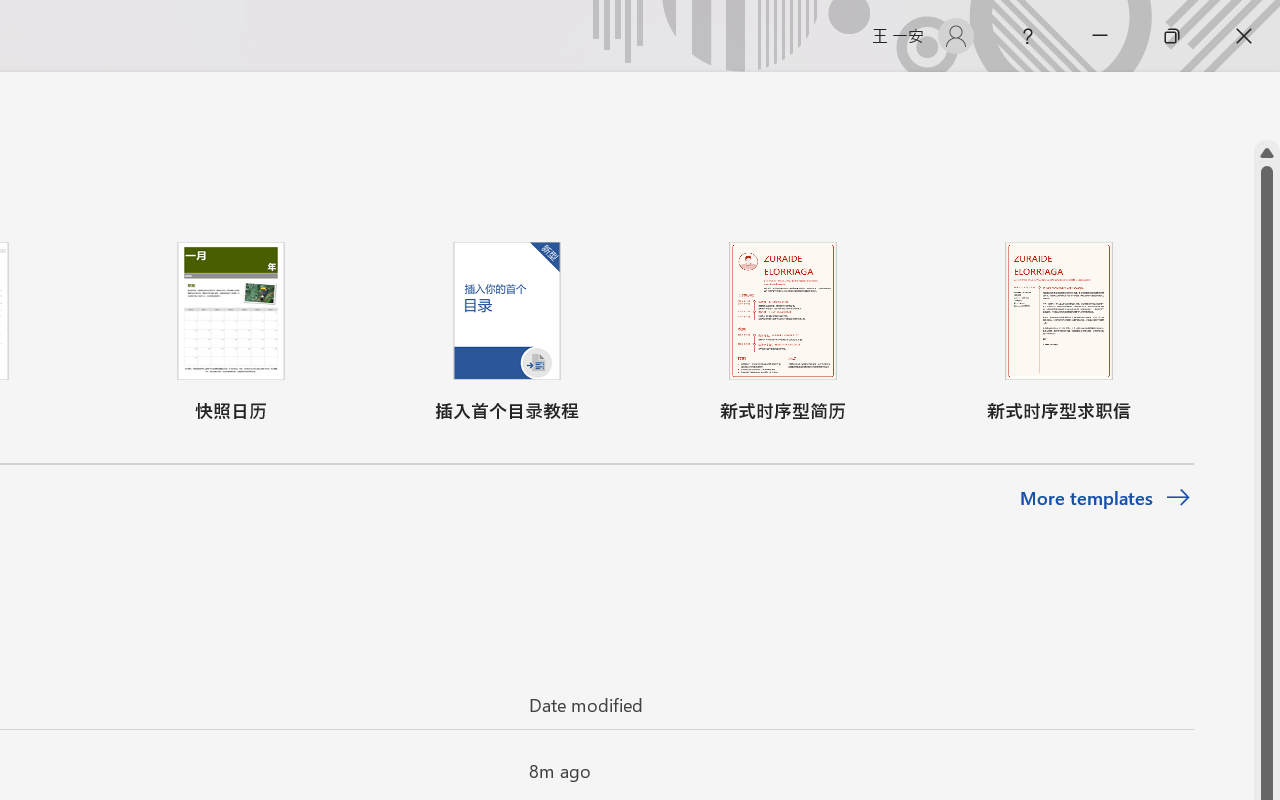 Image resolution: width=1280 pixels, height=800 pixels. I want to click on 'Close', so click(1243, 35).